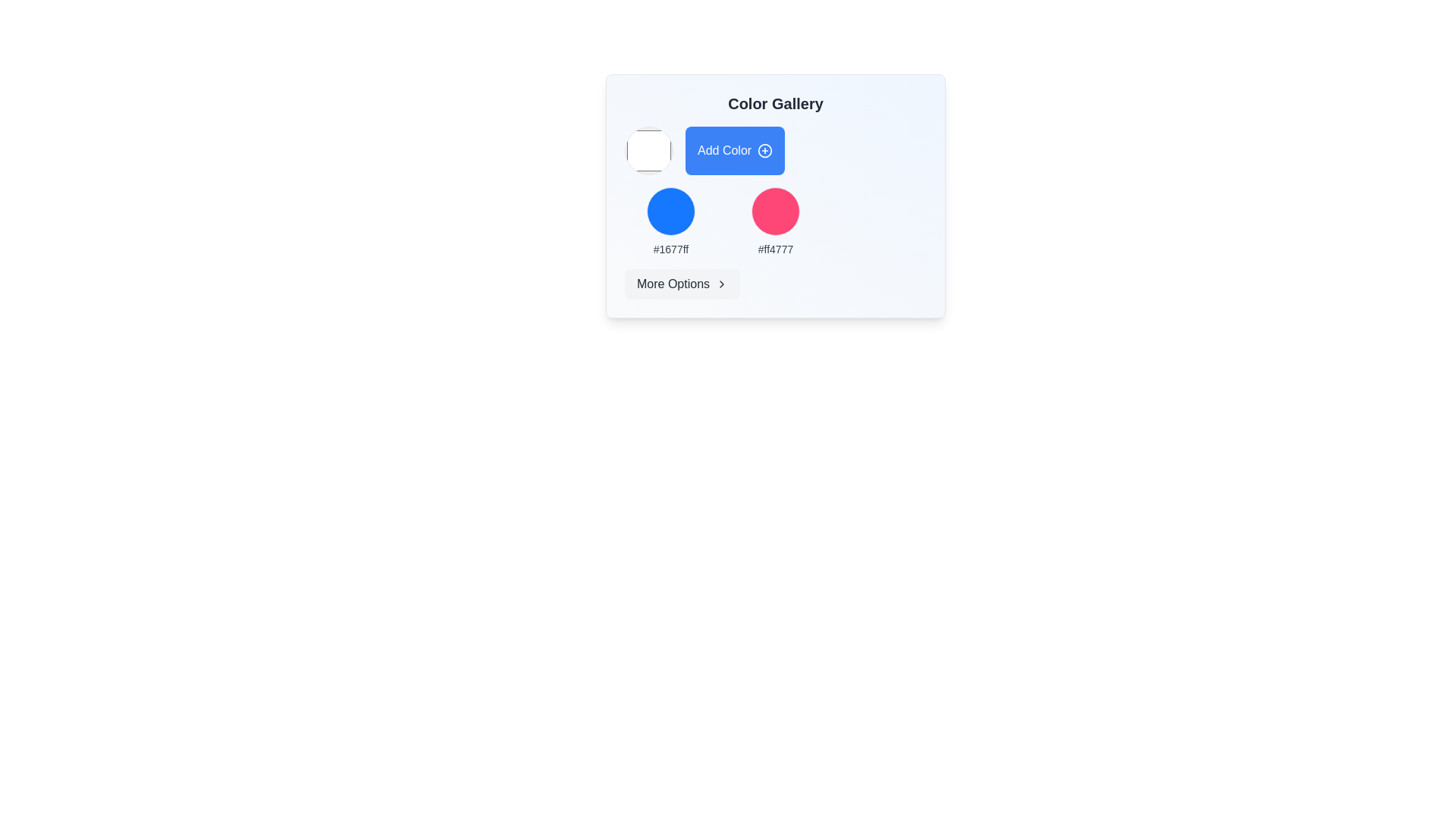 The height and width of the screenshot is (819, 1456). I want to click on the vibrant pink circular color representation component located in the bottom right quadrant of the 'Color Gallery' panel, so click(775, 211).